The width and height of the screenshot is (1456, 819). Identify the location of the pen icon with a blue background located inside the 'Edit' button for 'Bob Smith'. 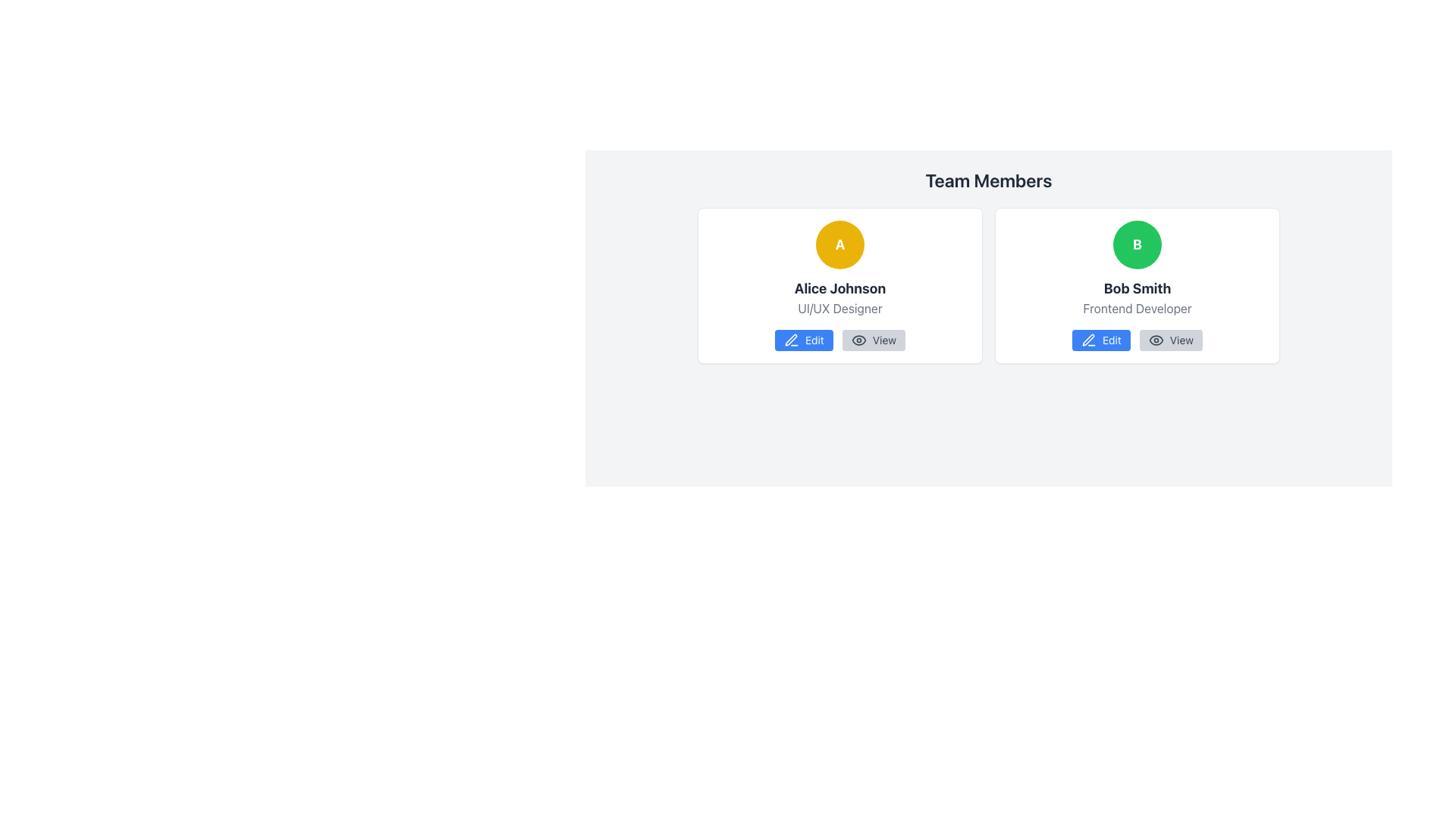
(790, 339).